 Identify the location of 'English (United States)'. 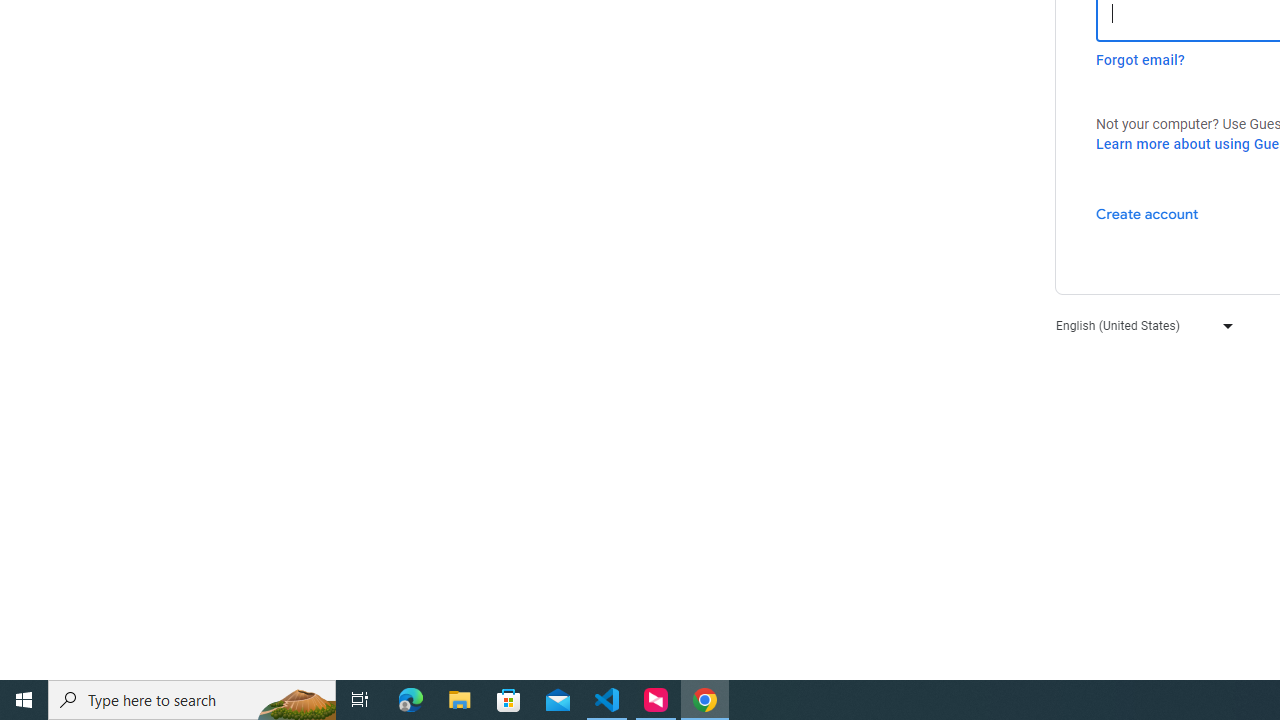
(1139, 324).